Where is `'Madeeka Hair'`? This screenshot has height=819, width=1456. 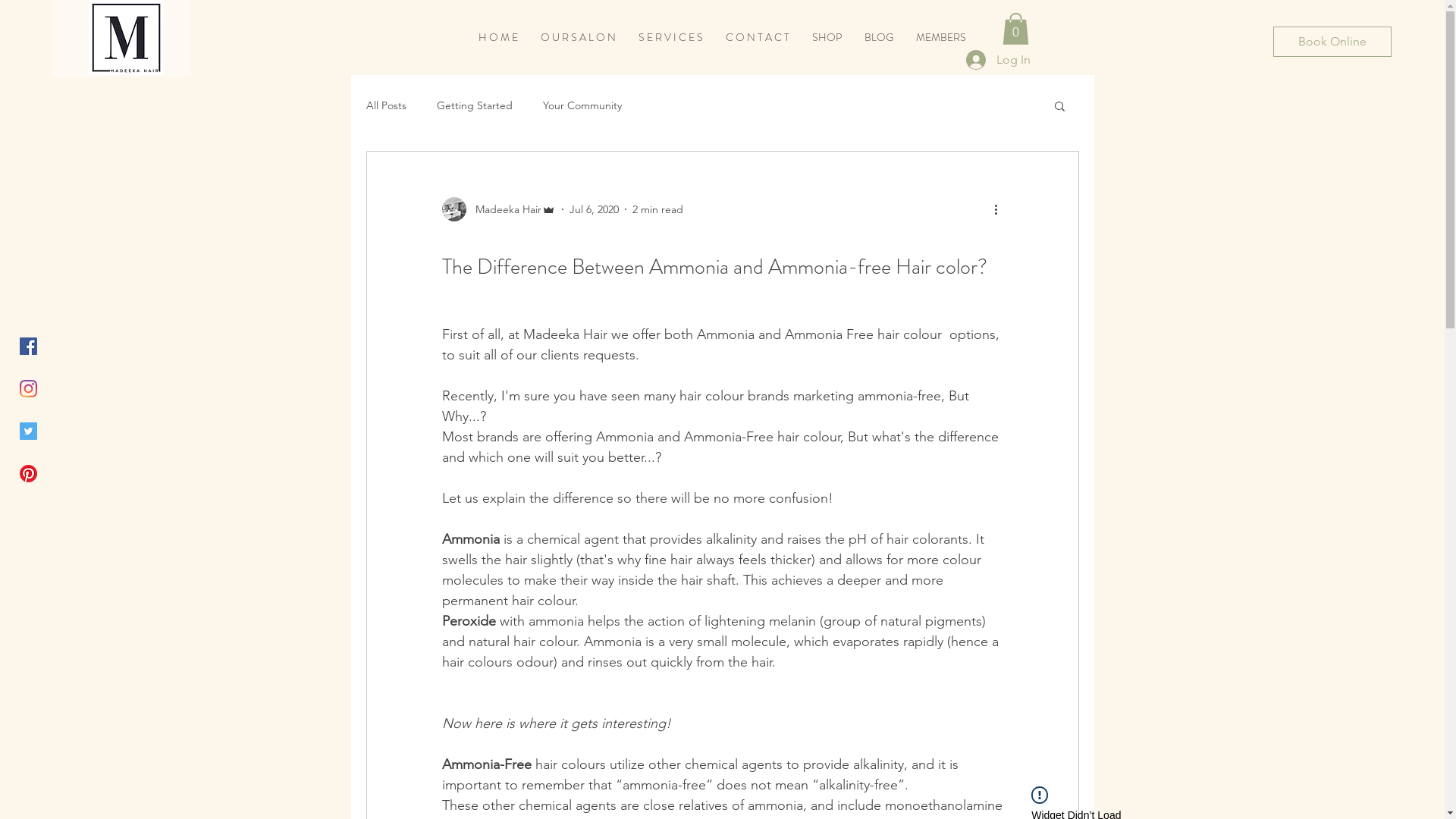 'Madeeka Hair' is located at coordinates (498, 209).